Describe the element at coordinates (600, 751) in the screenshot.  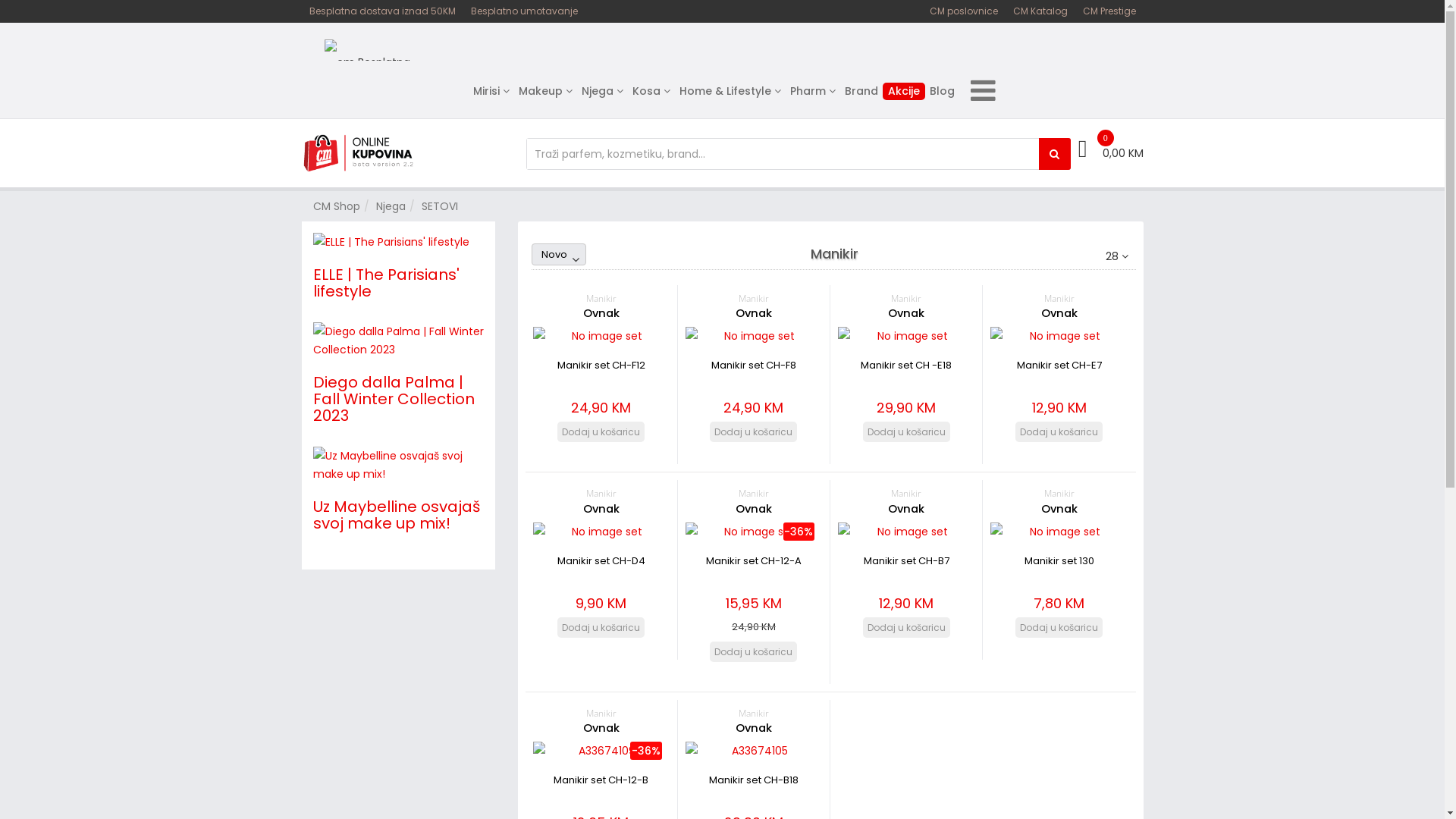
I see `'Manikir set CH-12-B'` at that location.